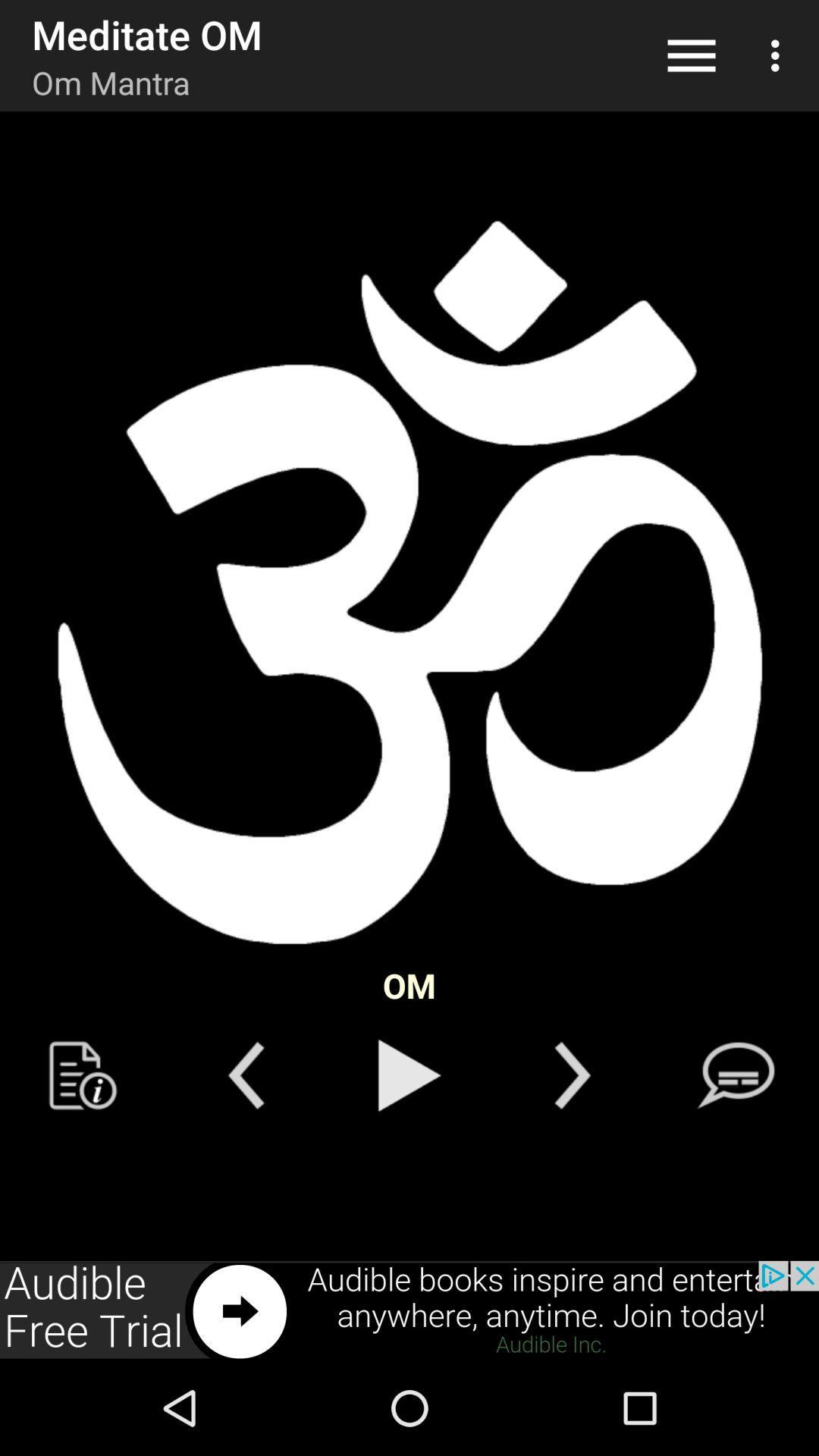 The width and height of the screenshot is (819, 1456). What do you see at coordinates (409, 1310) in the screenshot?
I see `next` at bounding box center [409, 1310].